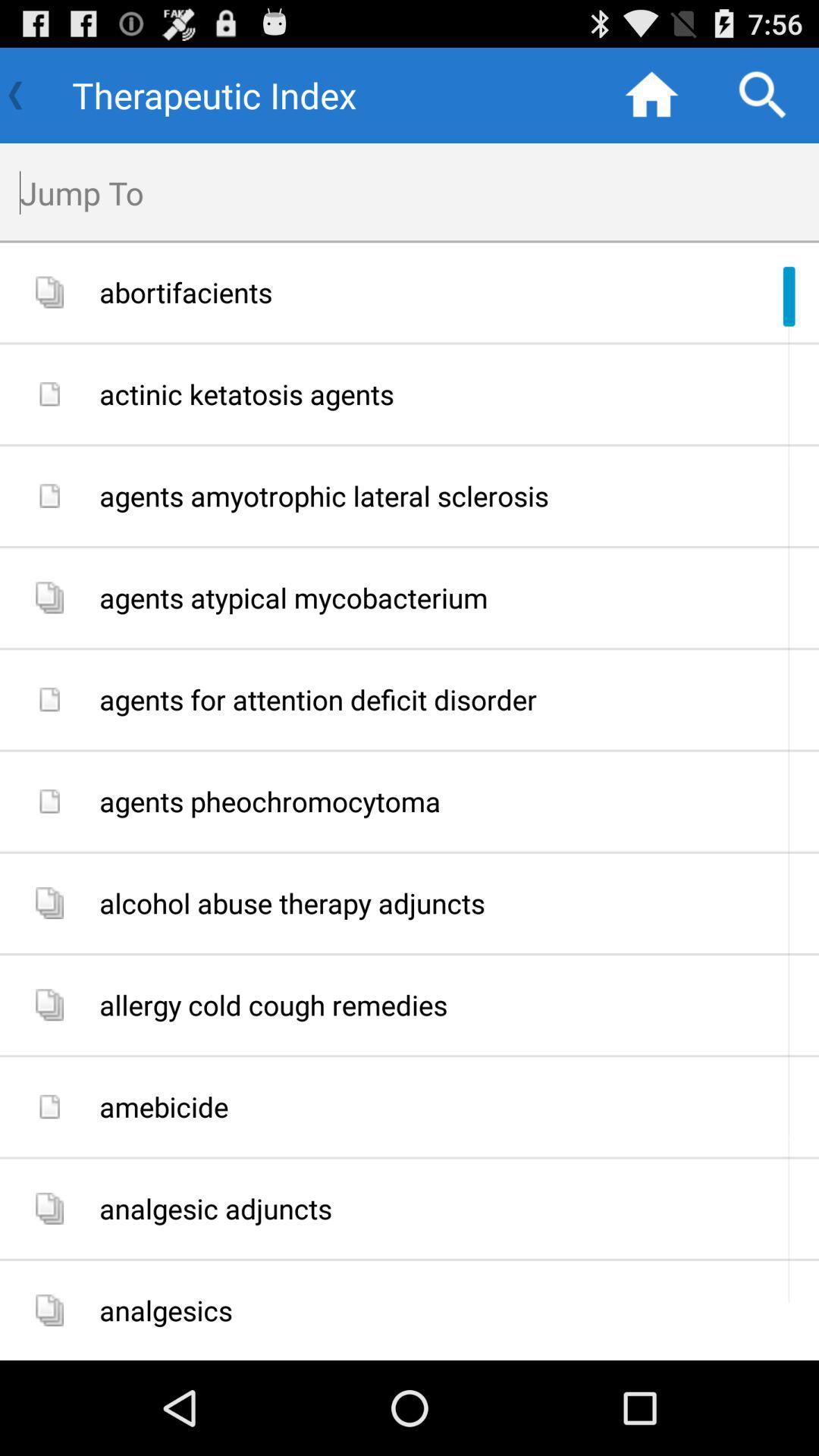  Describe the element at coordinates (453, 1310) in the screenshot. I see `the item below analgesic adjuncts app` at that location.